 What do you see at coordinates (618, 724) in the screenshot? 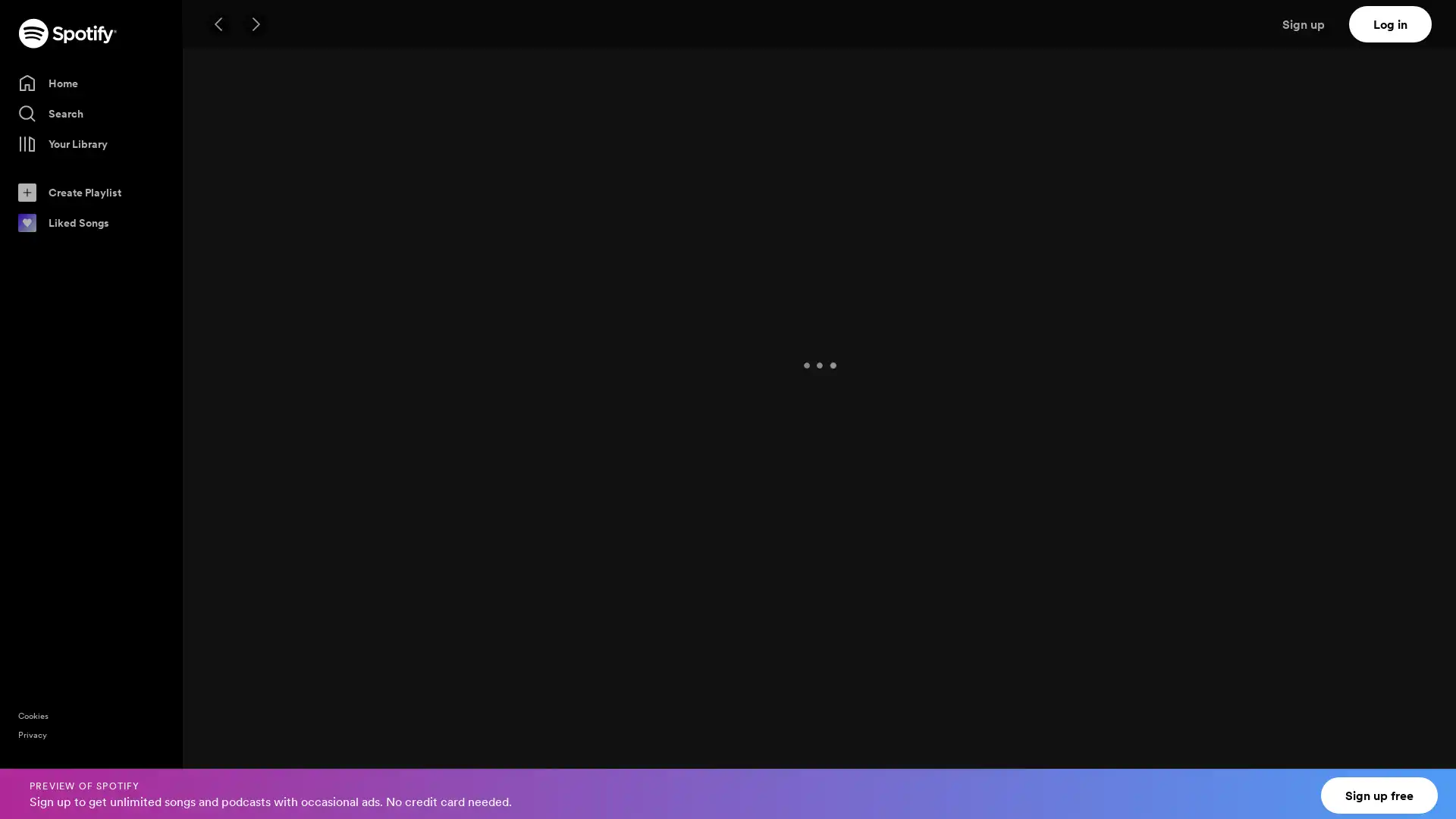
I see `Play ommood` at bounding box center [618, 724].